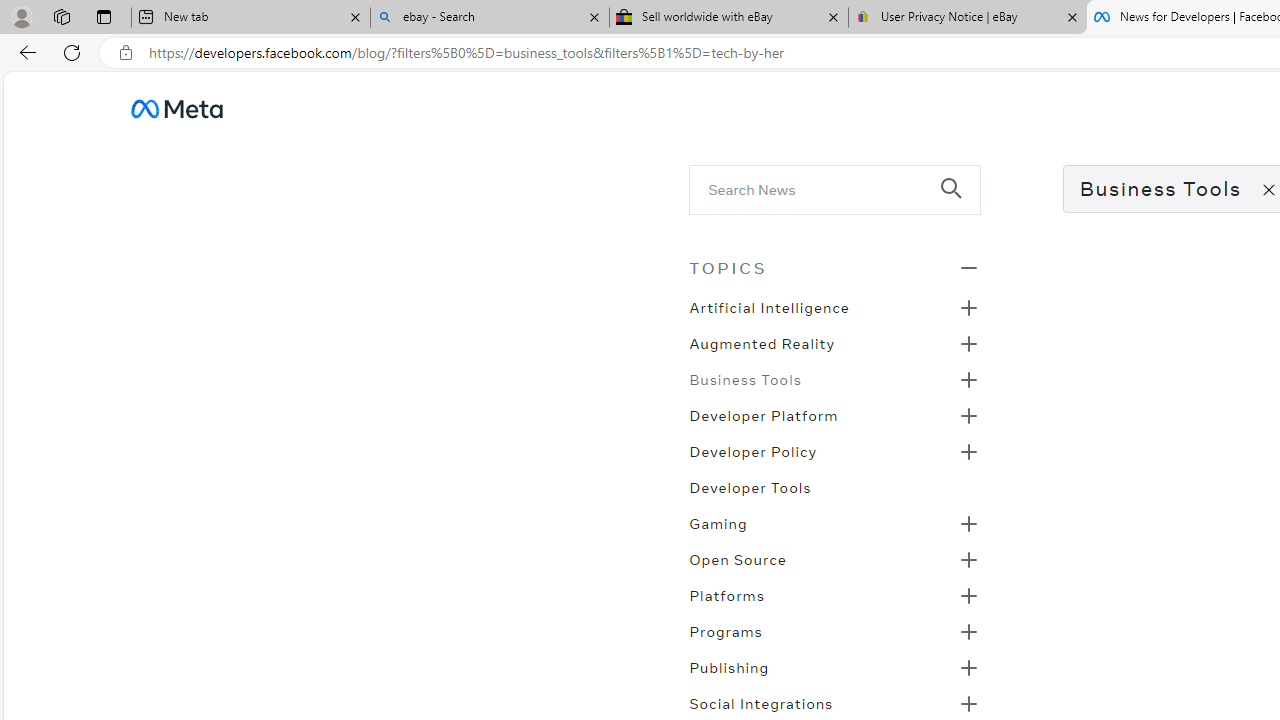 The image size is (1280, 720). Describe the element at coordinates (768, 306) in the screenshot. I see `'Artificial Intelligence'` at that location.